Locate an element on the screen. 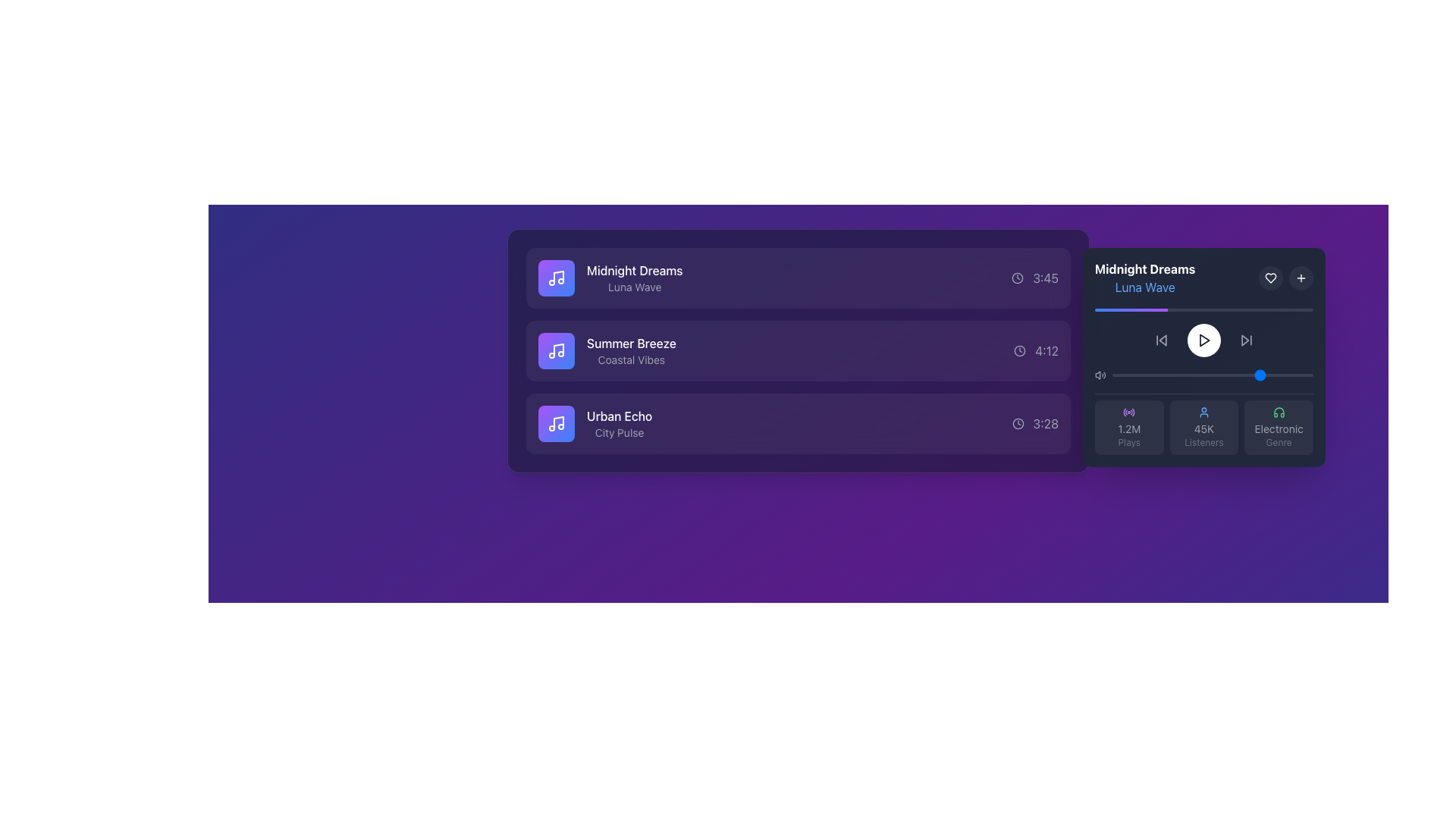  the heart-shaped icon in the top-right corner of the secondary panel to mark the current track as a favorite is located at coordinates (1270, 278).